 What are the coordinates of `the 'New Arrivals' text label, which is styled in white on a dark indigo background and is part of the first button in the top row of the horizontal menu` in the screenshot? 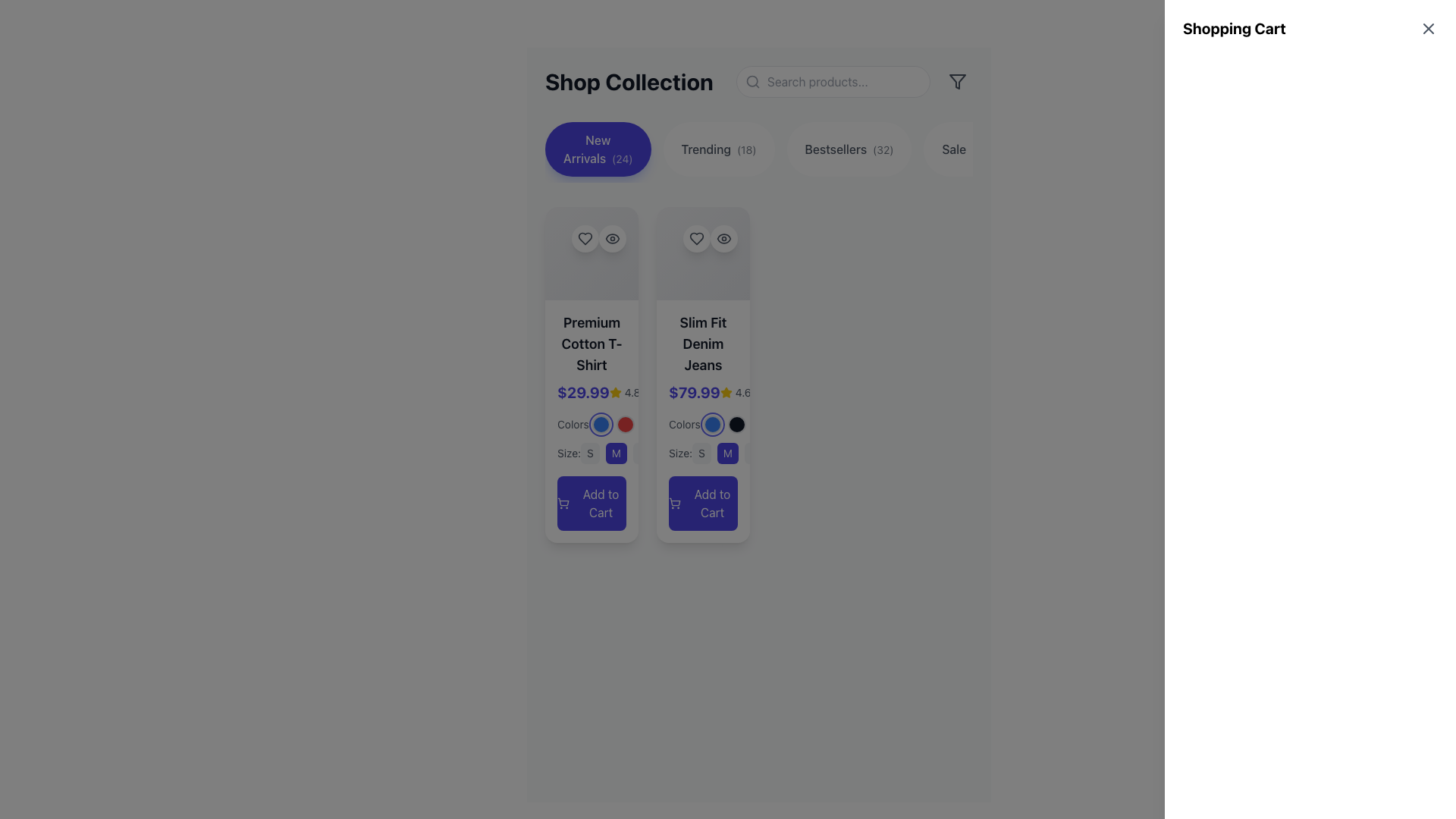 It's located at (586, 149).